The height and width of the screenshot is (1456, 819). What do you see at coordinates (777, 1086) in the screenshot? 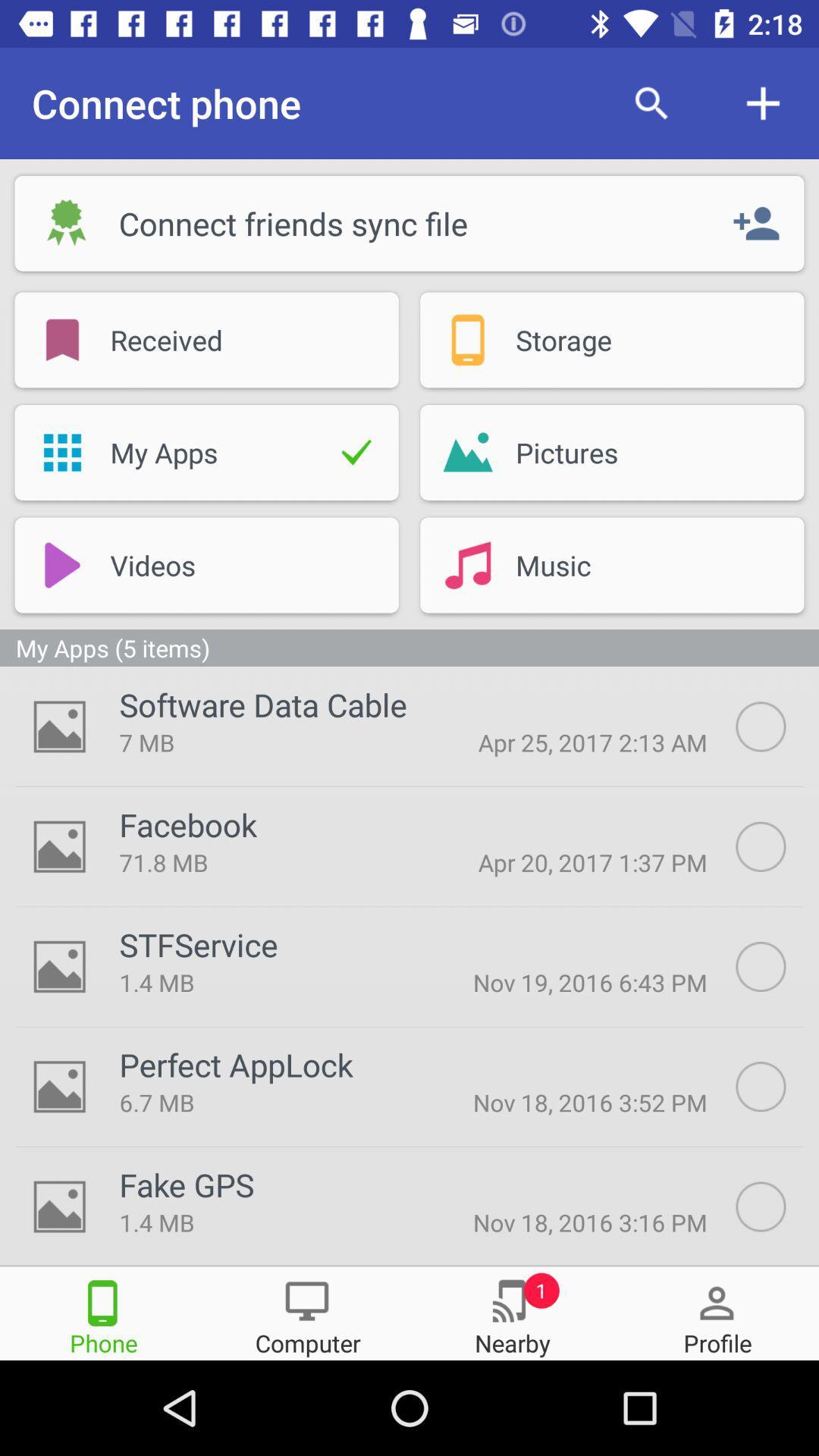
I see `this option` at bounding box center [777, 1086].